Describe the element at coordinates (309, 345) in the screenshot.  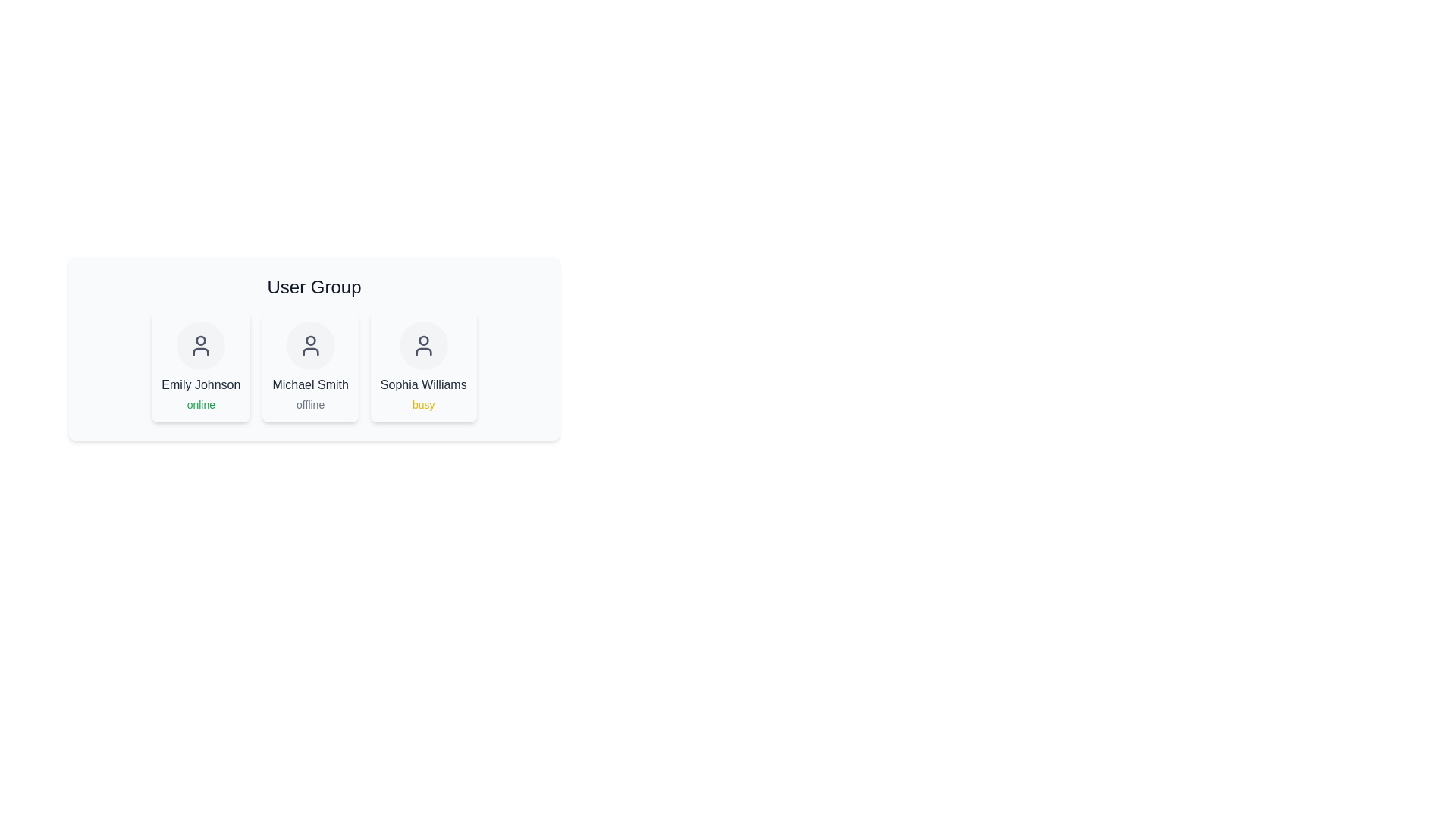
I see `the Profile Icon representing user 'Michael Smith', which is located in the central panel of a user group interface above the text 'Michael Smith'` at that location.